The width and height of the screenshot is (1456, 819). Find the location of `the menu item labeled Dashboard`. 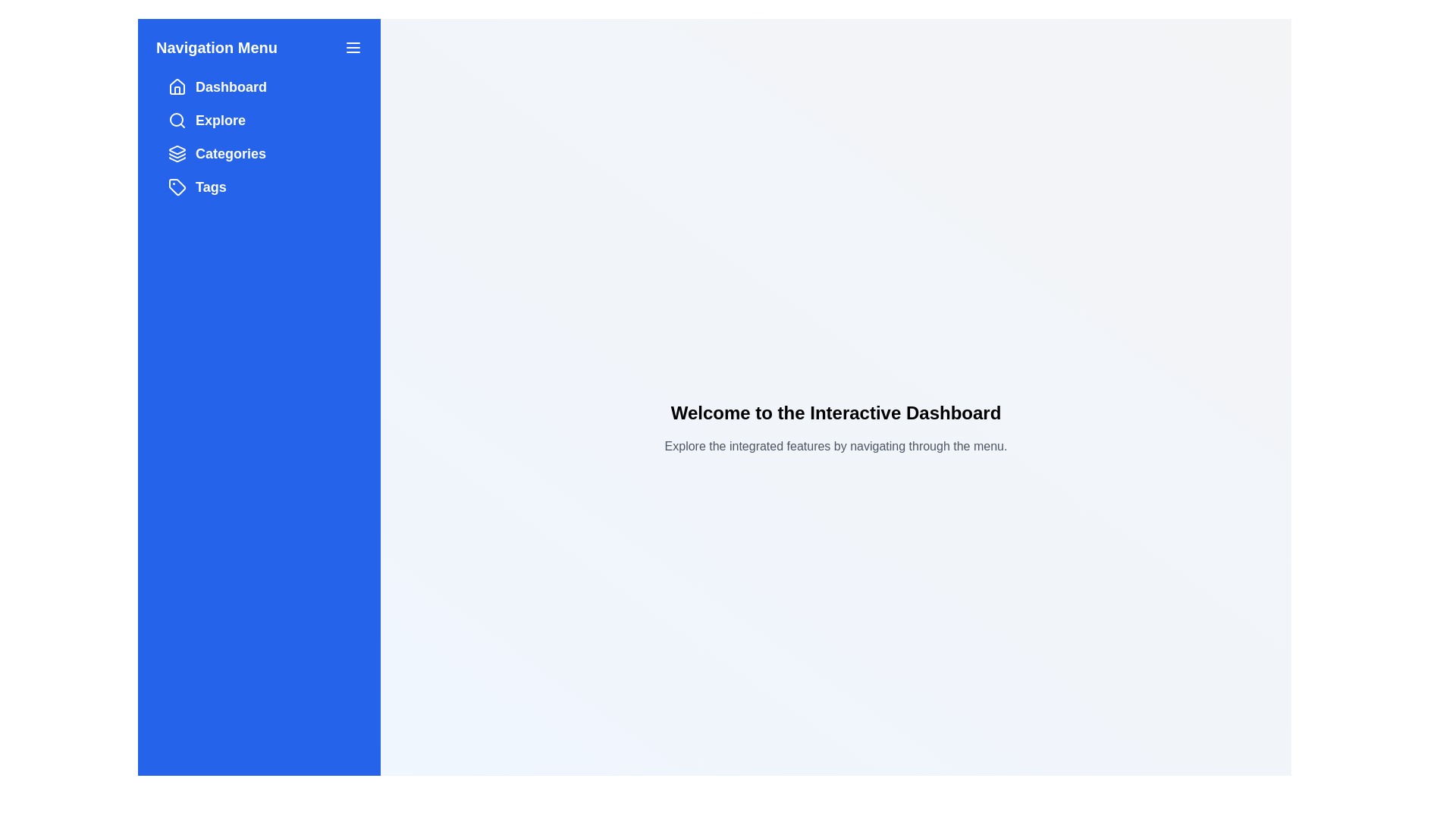

the menu item labeled Dashboard is located at coordinates (259, 87).